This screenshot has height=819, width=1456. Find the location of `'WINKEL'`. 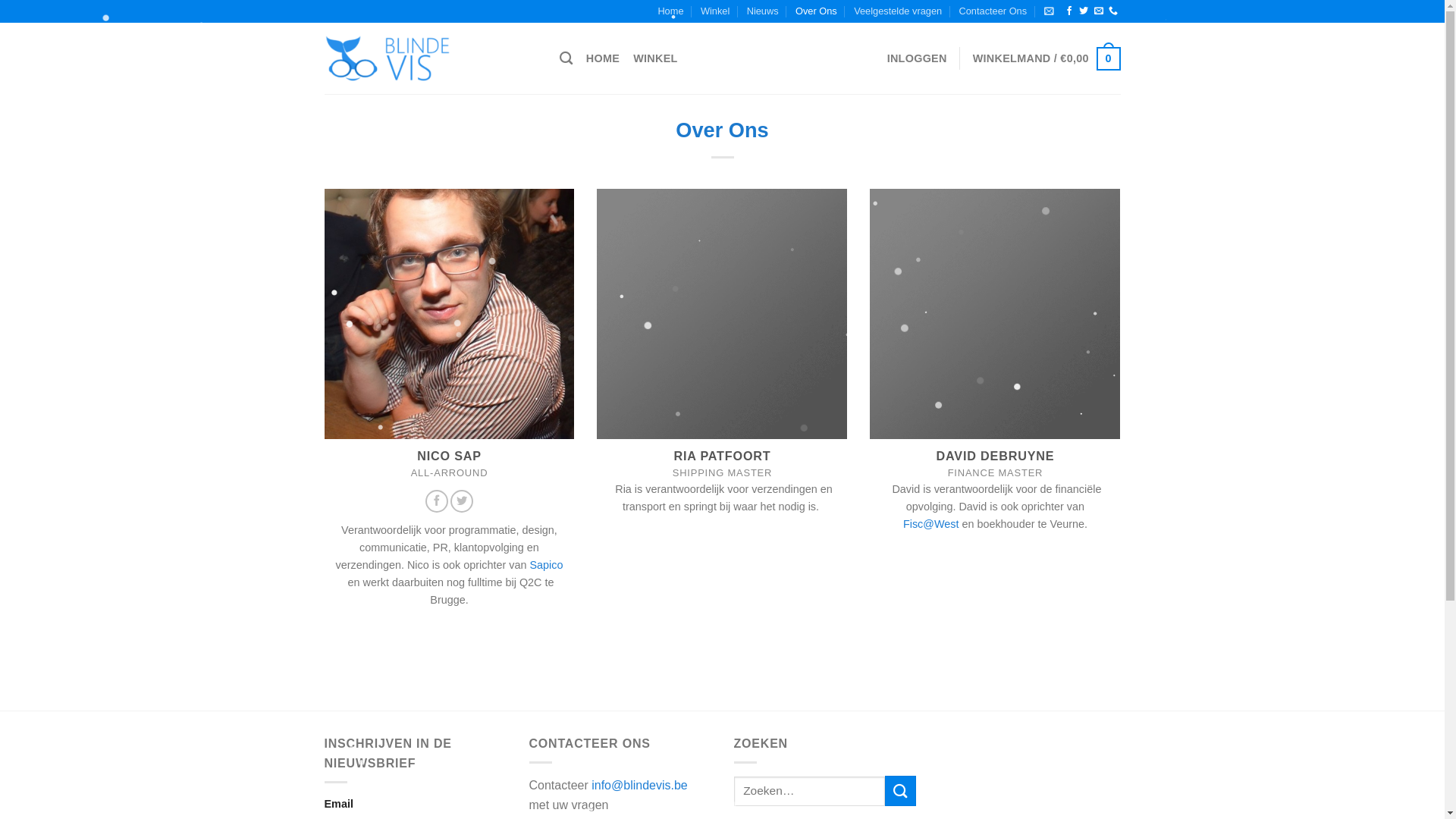

'WINKEL' is located at coordinates (633, 58).